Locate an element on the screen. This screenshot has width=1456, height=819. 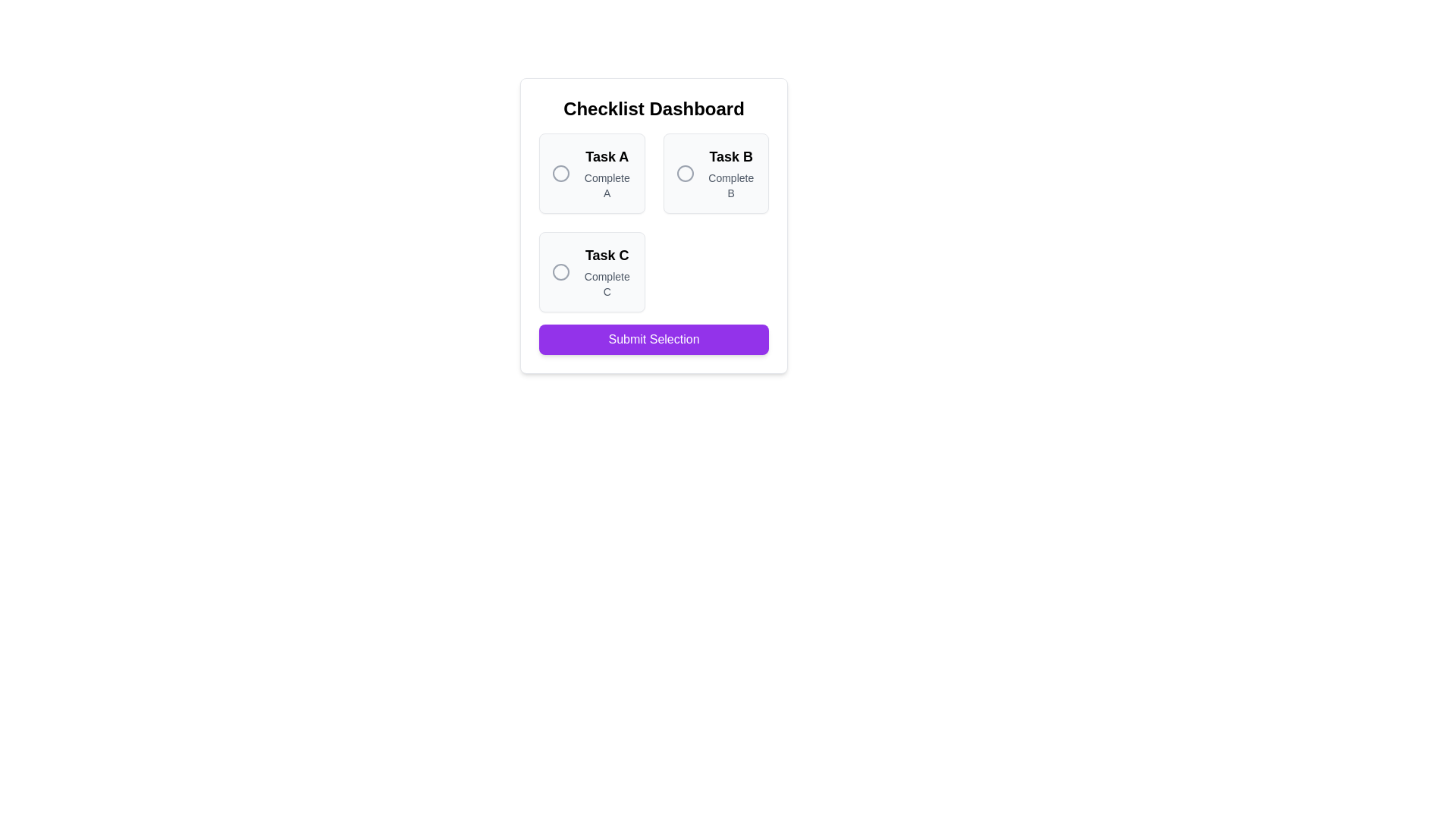
the subtitle or status label corresponding to the checklist item 'Task B', which is positioned below its sibling element labeled 'Task B' in the second checklist card is located at coordinates (731, 185).